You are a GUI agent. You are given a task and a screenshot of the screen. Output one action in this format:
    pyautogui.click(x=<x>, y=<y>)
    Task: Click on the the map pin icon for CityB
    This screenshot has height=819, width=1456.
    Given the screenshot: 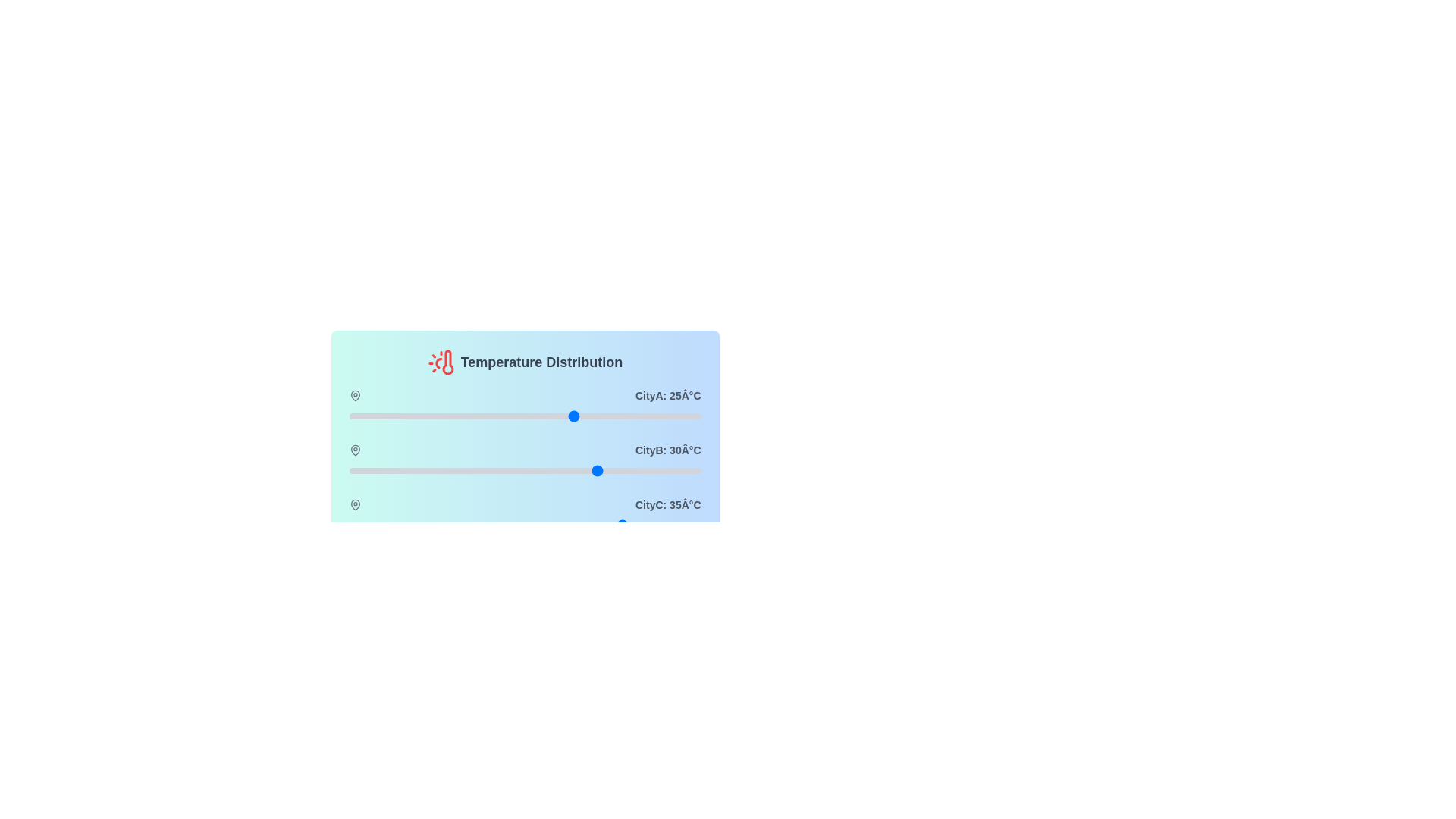 What is the action you would take?
    pyautogui.click(x=354, y=450)
    